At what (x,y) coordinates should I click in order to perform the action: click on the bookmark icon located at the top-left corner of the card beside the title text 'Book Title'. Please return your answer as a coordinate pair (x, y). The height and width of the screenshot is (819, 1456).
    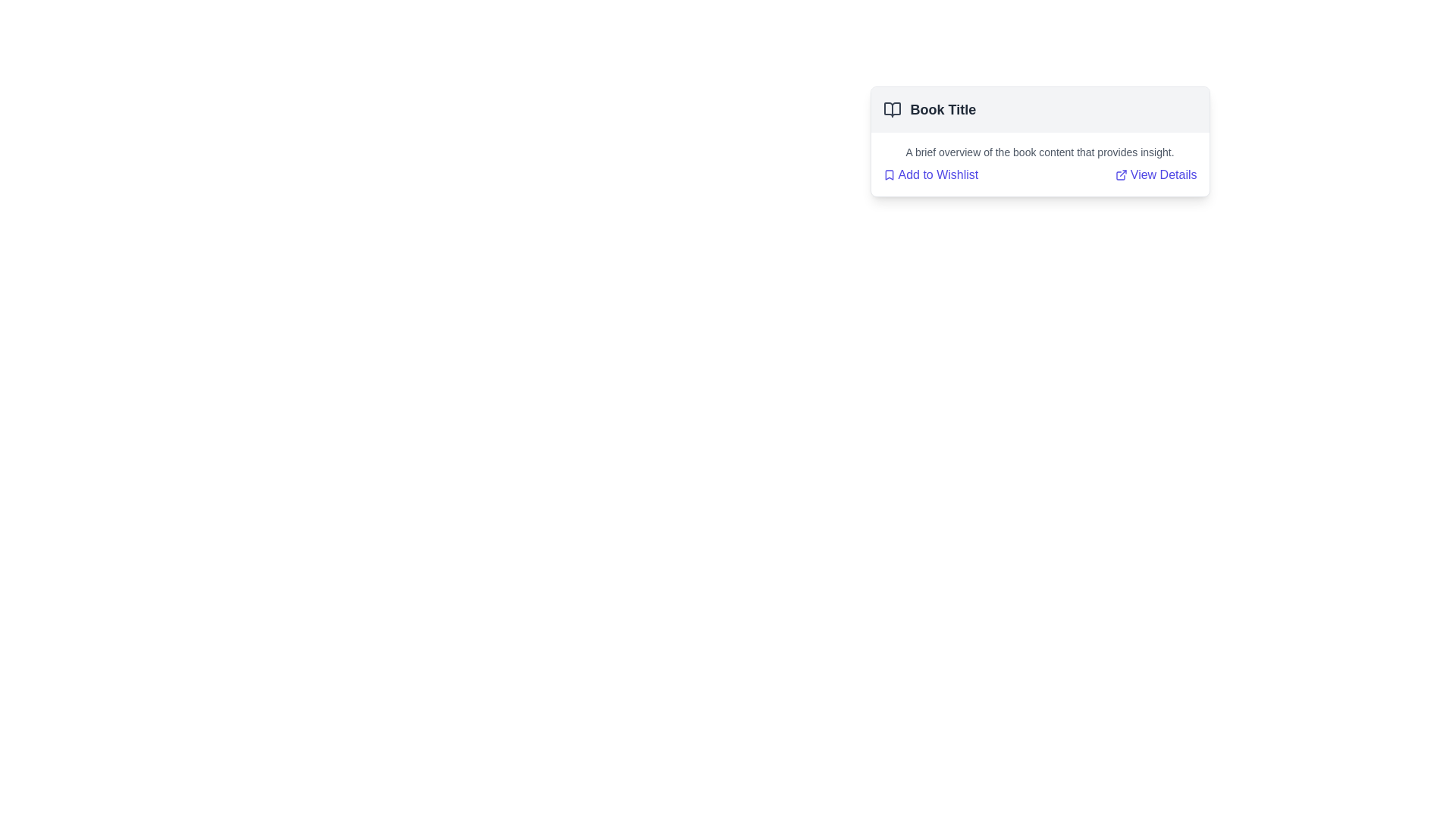
    Looking at the image, I should click on (889, 174).